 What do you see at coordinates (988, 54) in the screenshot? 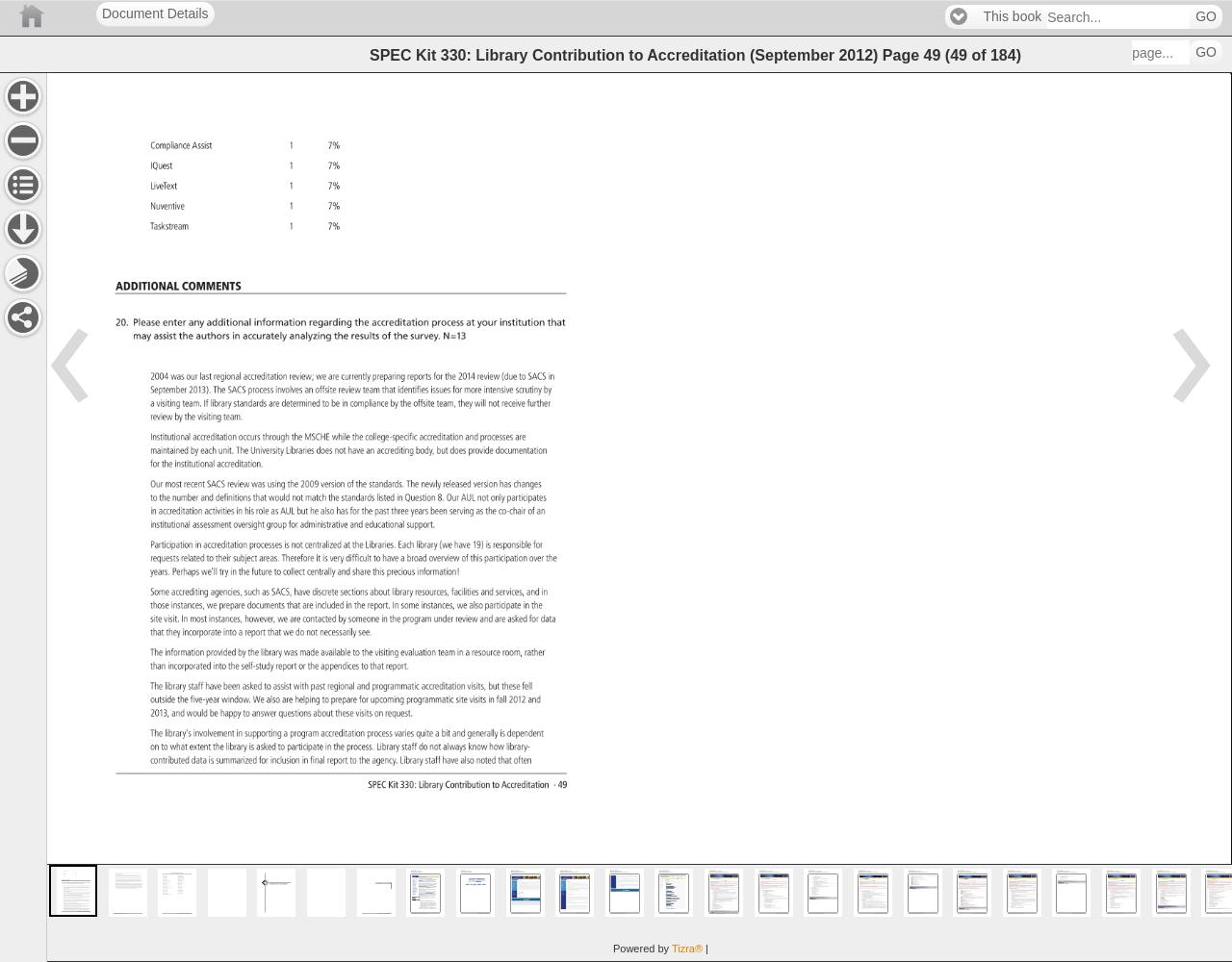
I see `'184'` at bounding box center [988, 54].